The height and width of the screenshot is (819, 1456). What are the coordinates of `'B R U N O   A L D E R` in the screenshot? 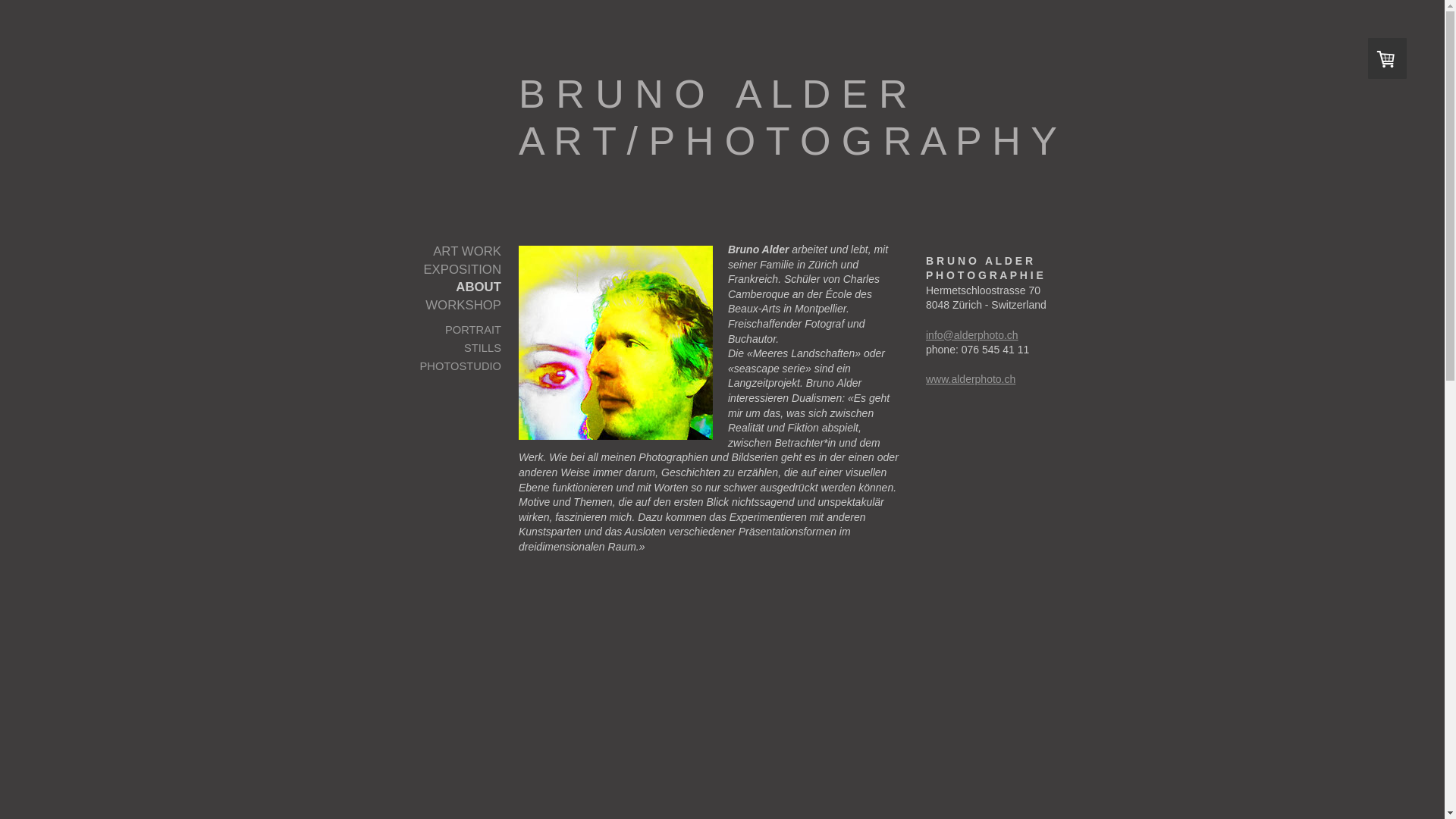 It's located at (794, 15).